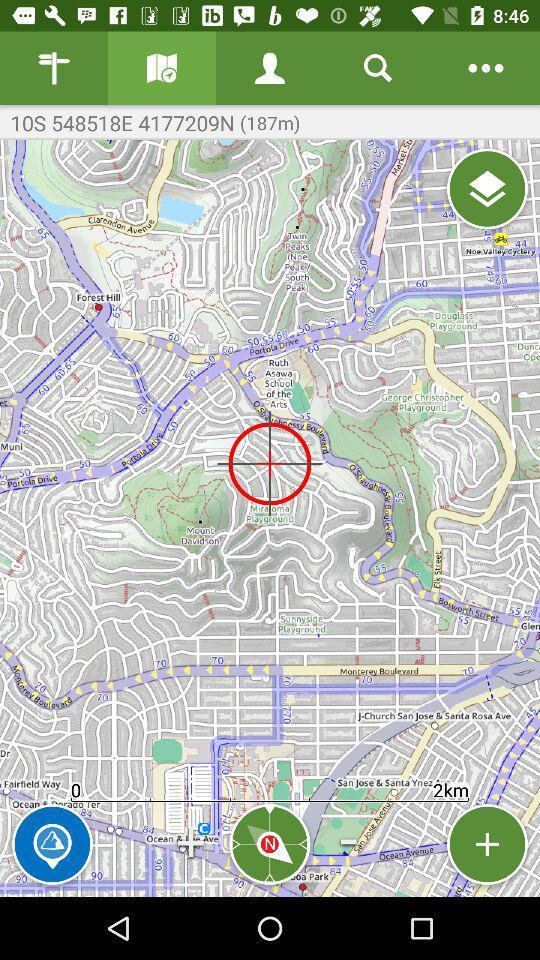  Describe the element at coordinates (486, 189) in the screenshot. I see `go the location` at that location.